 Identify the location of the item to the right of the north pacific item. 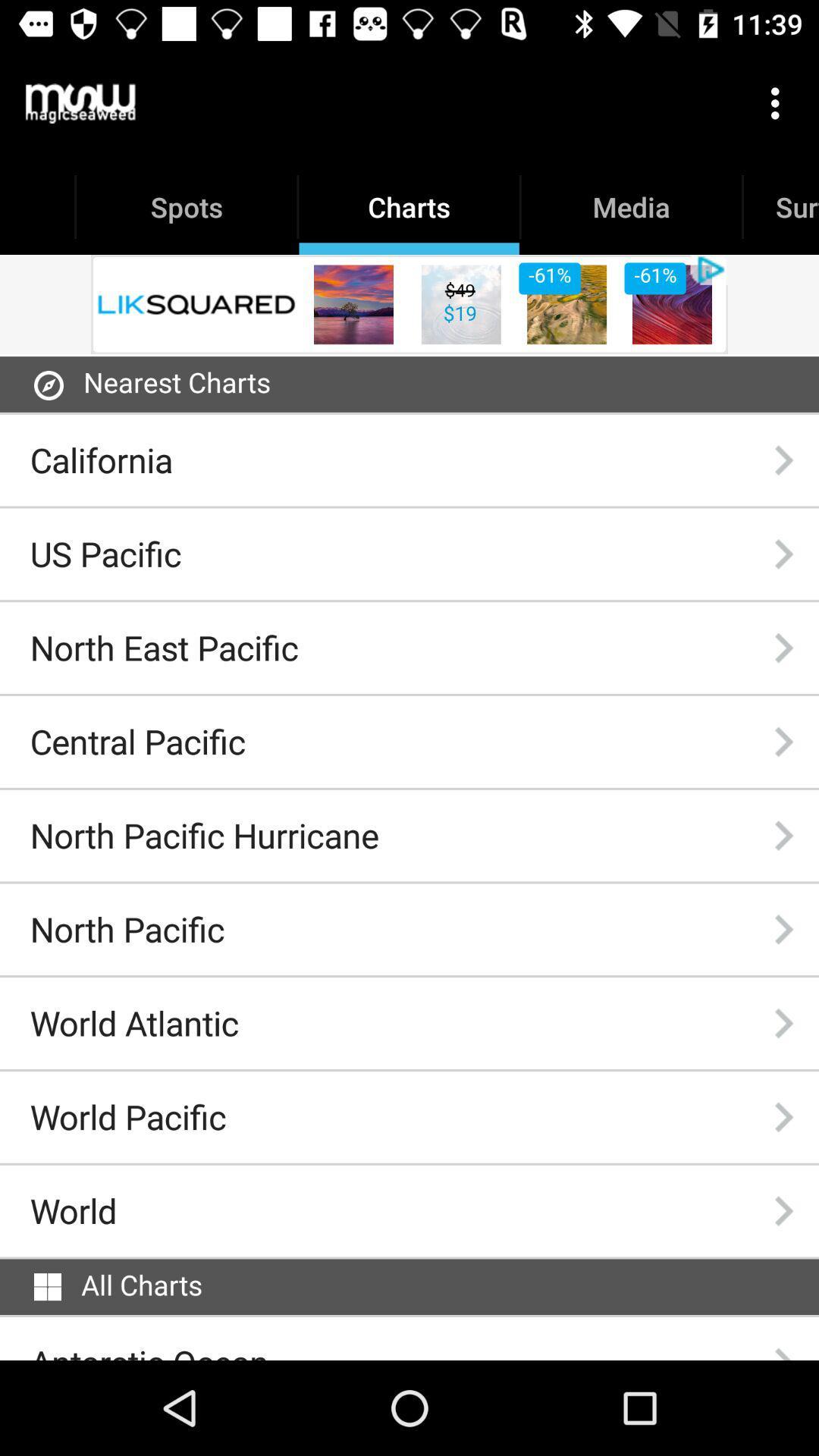
(783, 928).